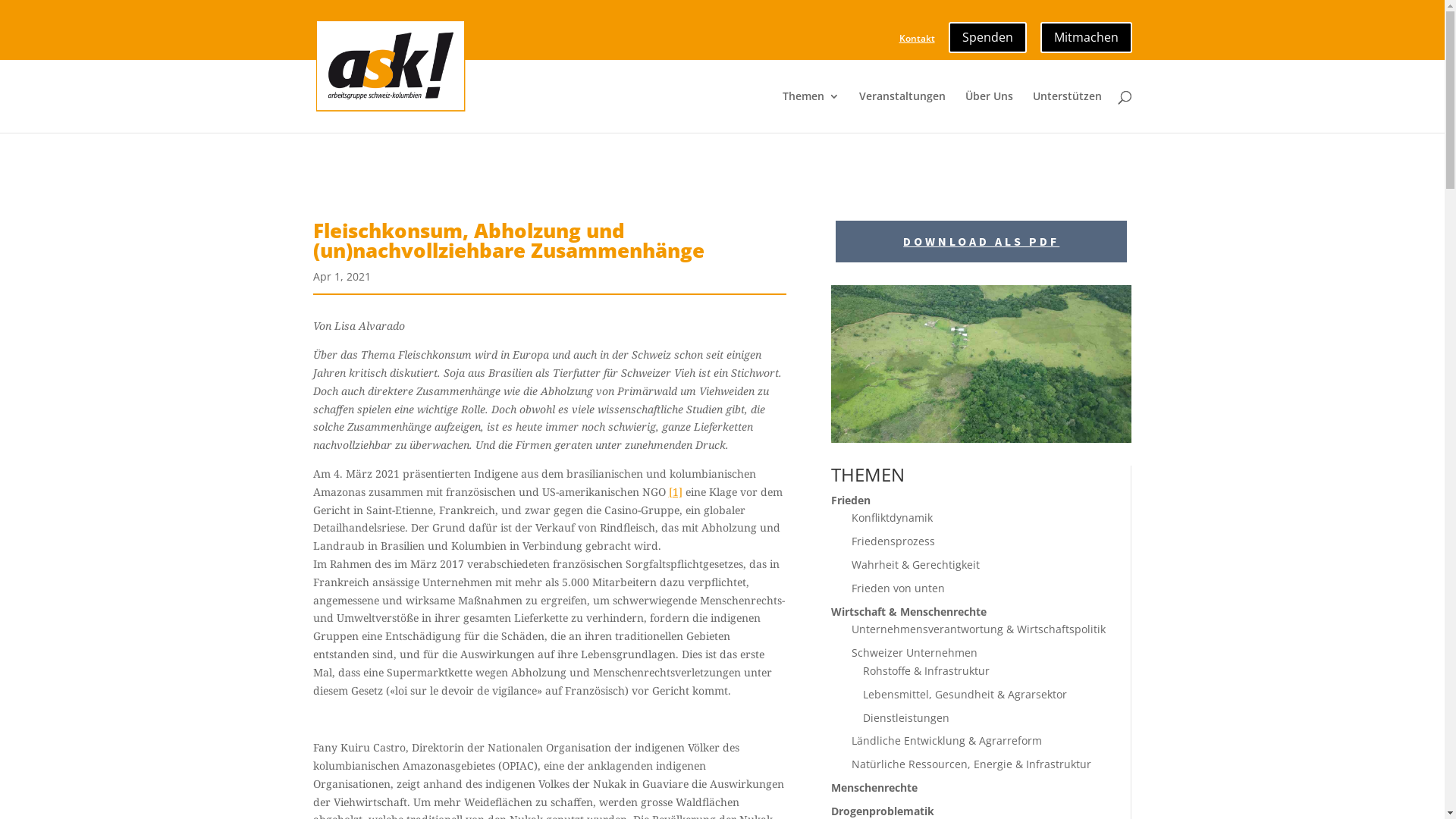  I want to click on 'Mitmachen', so click(1085, 33).